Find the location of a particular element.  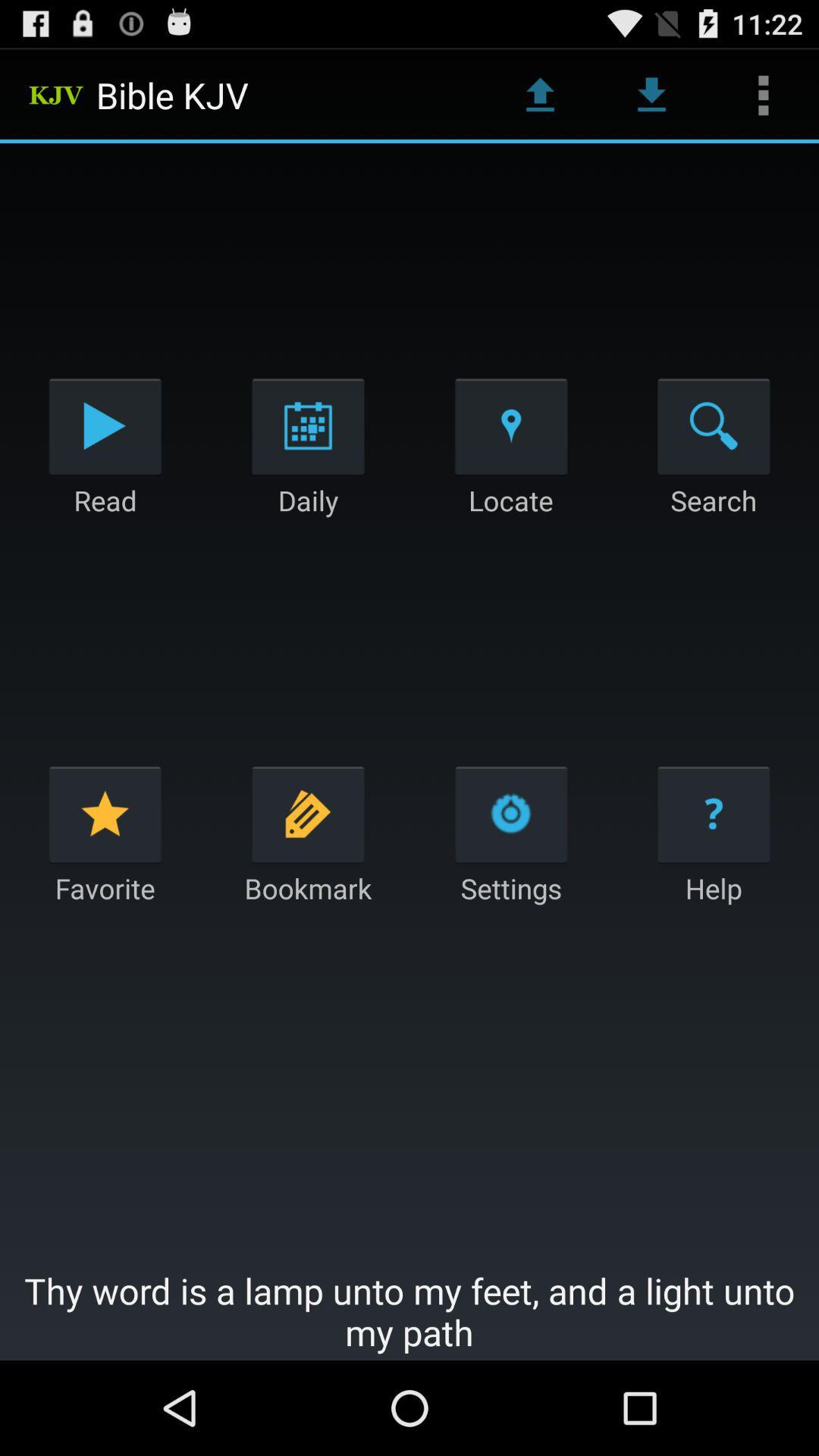

the play icon is located at coordinates (104, 455).